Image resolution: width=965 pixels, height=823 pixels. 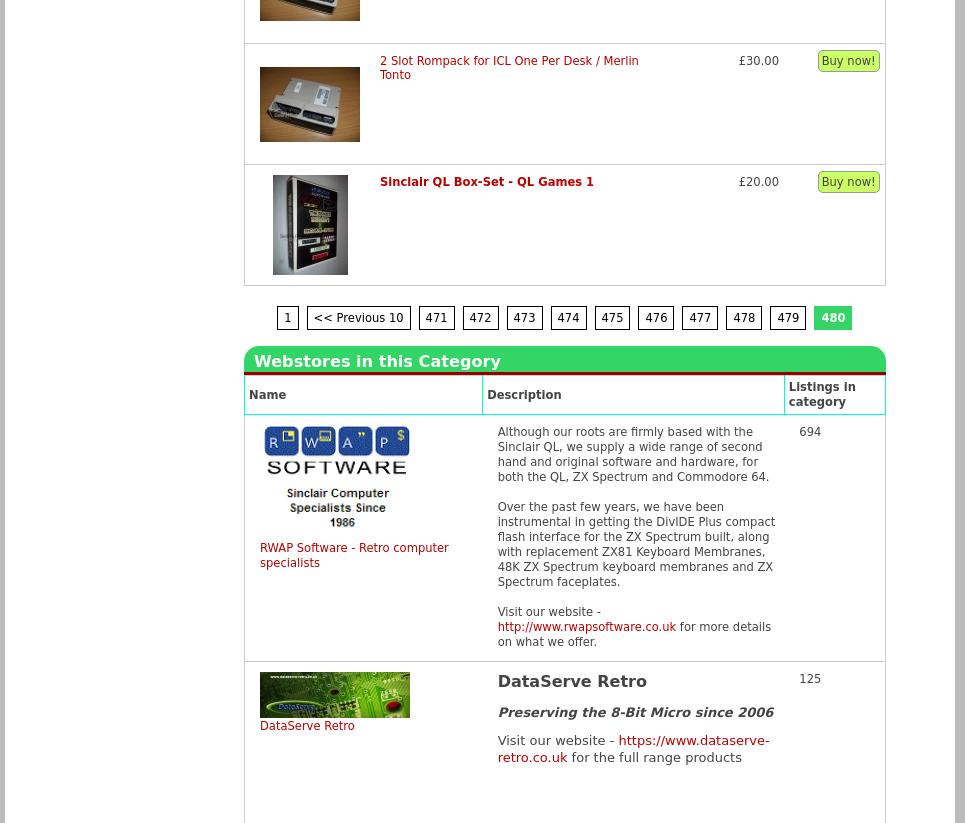 What do you see at coordinates (810, 431) in the screenshot?
I see `'694'` at bounding box center [810, 431].